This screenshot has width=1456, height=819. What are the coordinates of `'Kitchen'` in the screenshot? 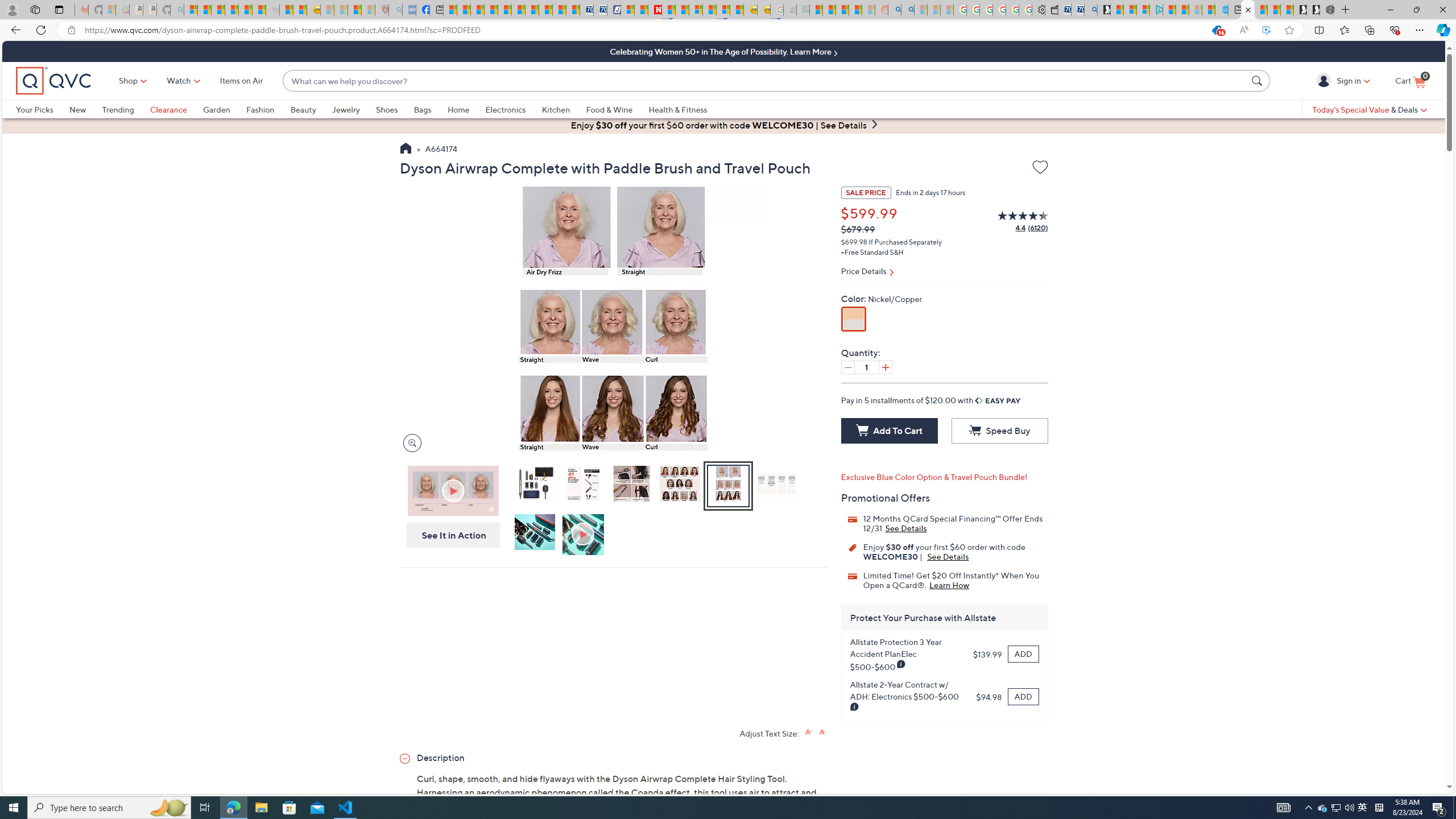 It's located at (564, 109).